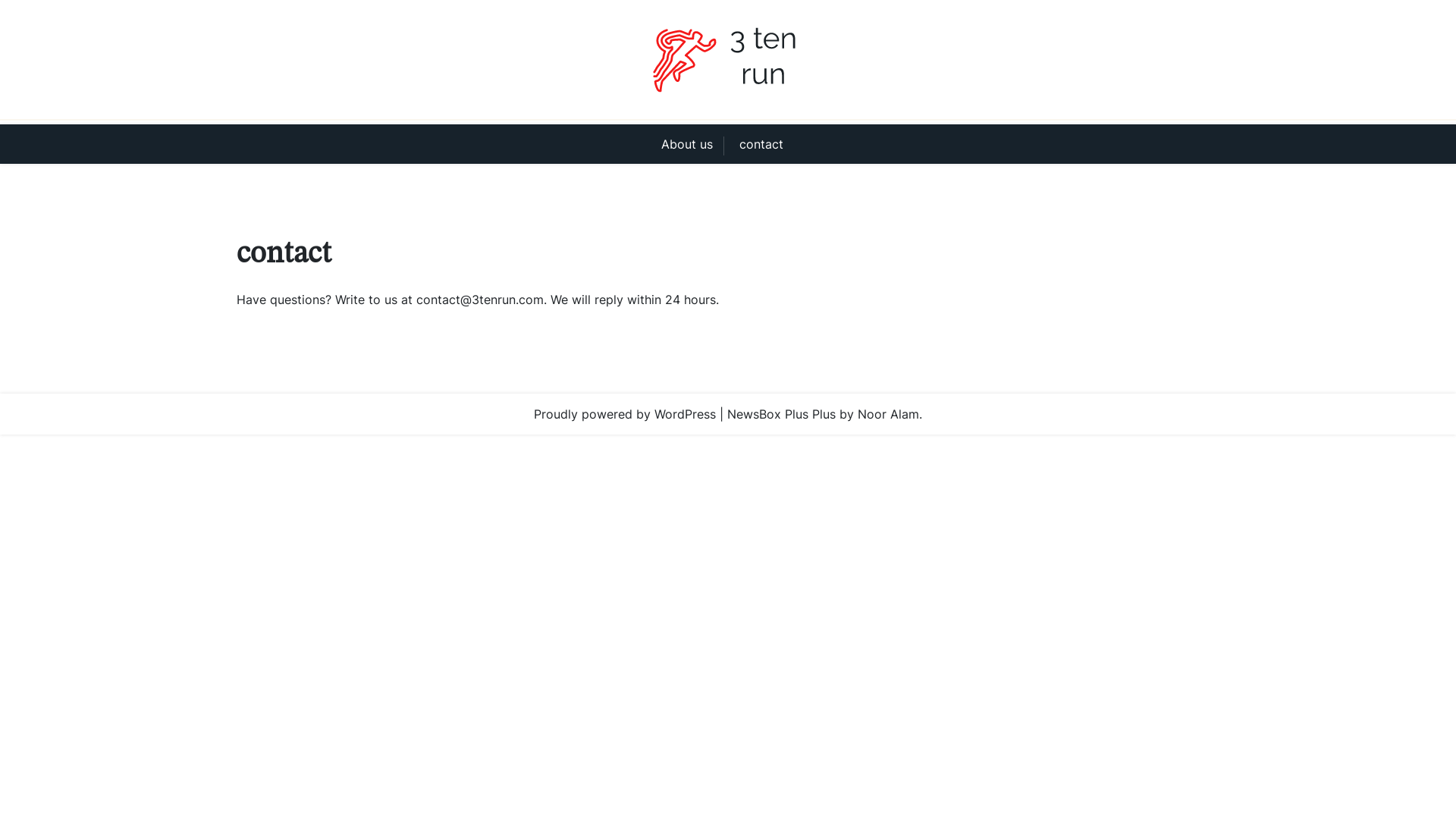 The width and height of the screenshot is (1456, 819). I want to click on 'contact', so click(761, 143).